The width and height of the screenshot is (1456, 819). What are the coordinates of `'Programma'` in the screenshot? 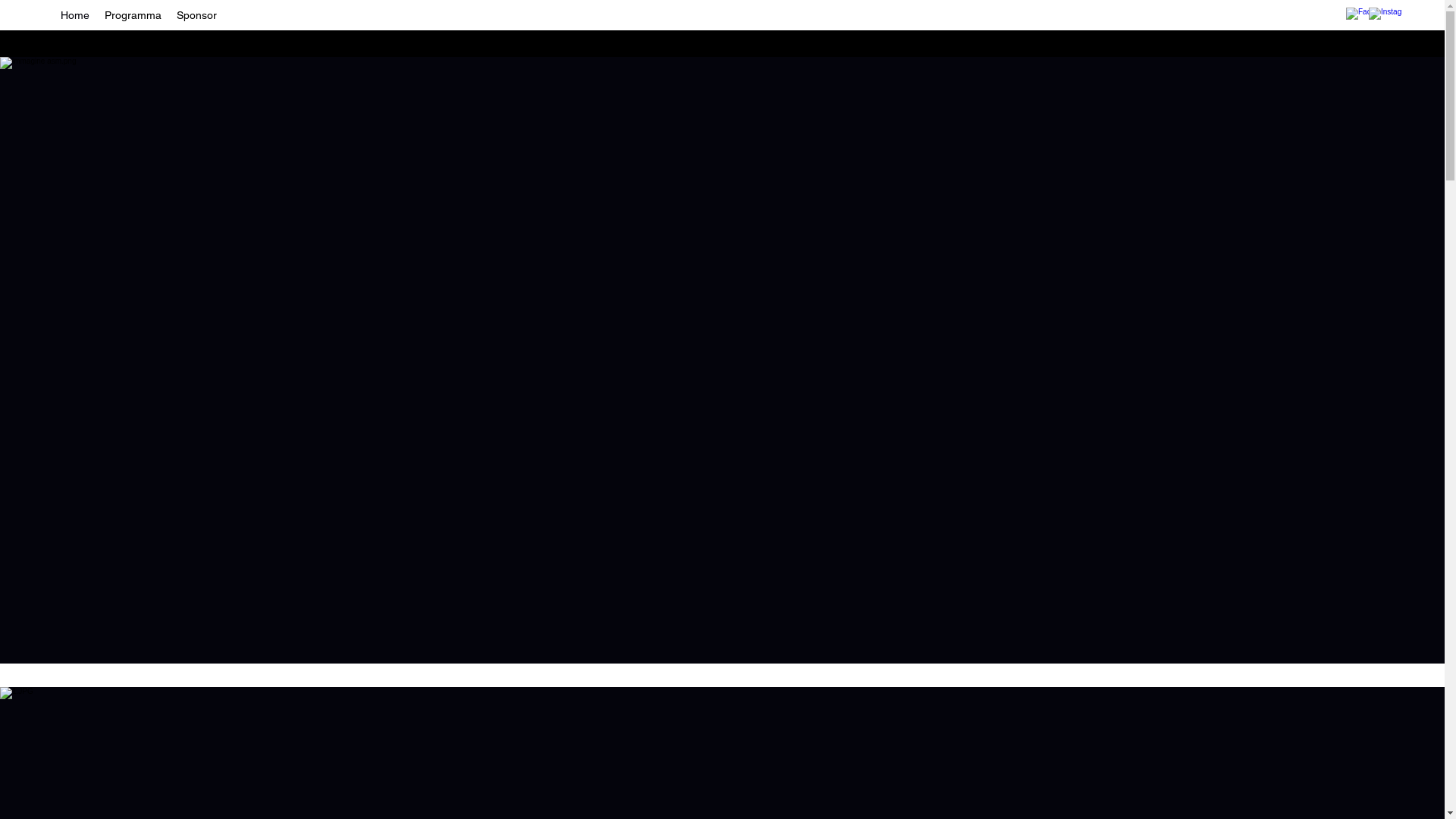 It's located at (133, 14).